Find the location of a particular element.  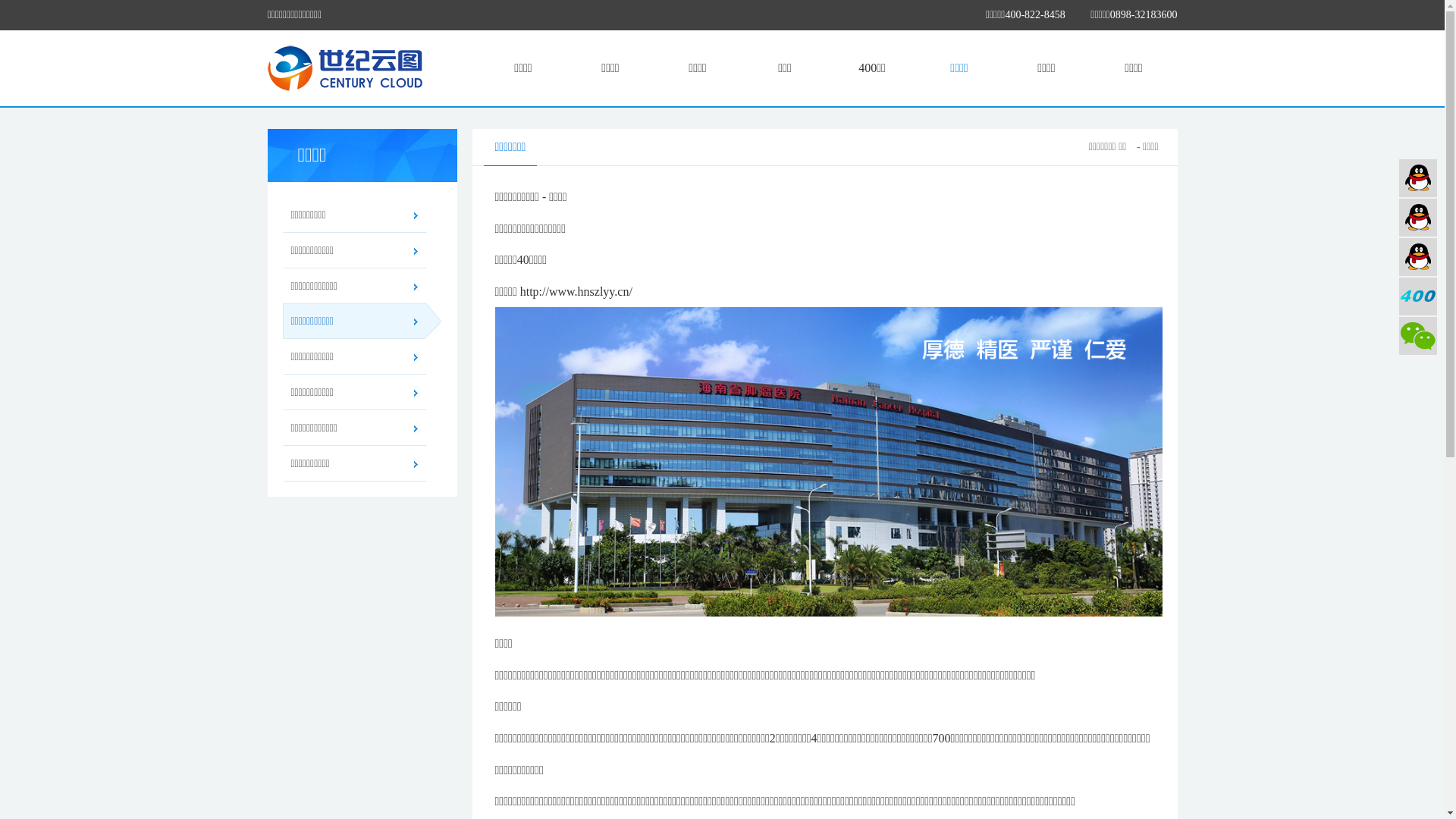

'http://www.hnszlyy.cn/' is located at coordinates (575, 291).